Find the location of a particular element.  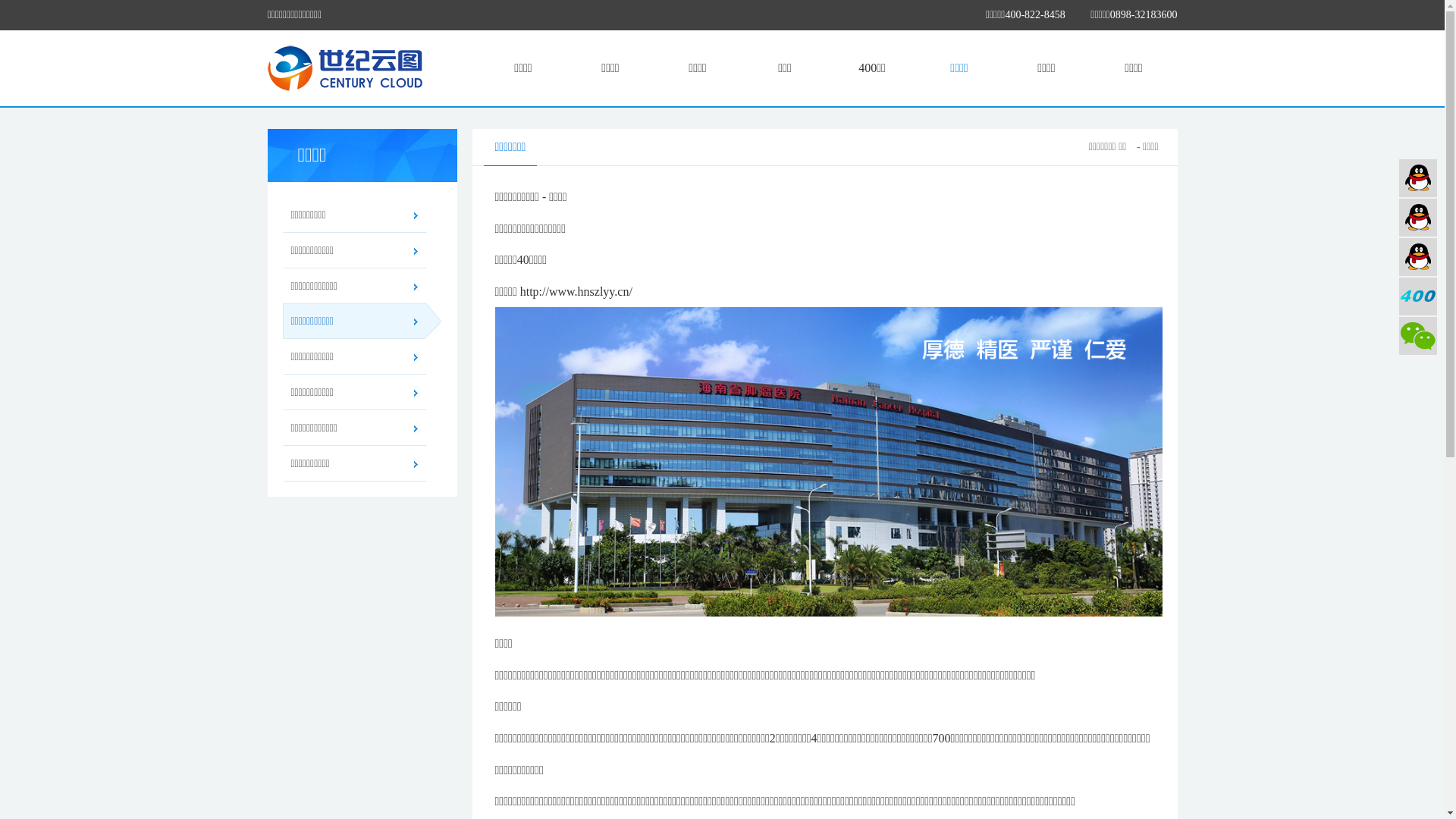

'http://www.hnszlyy.cn/' is located at coordinates (575, 291).